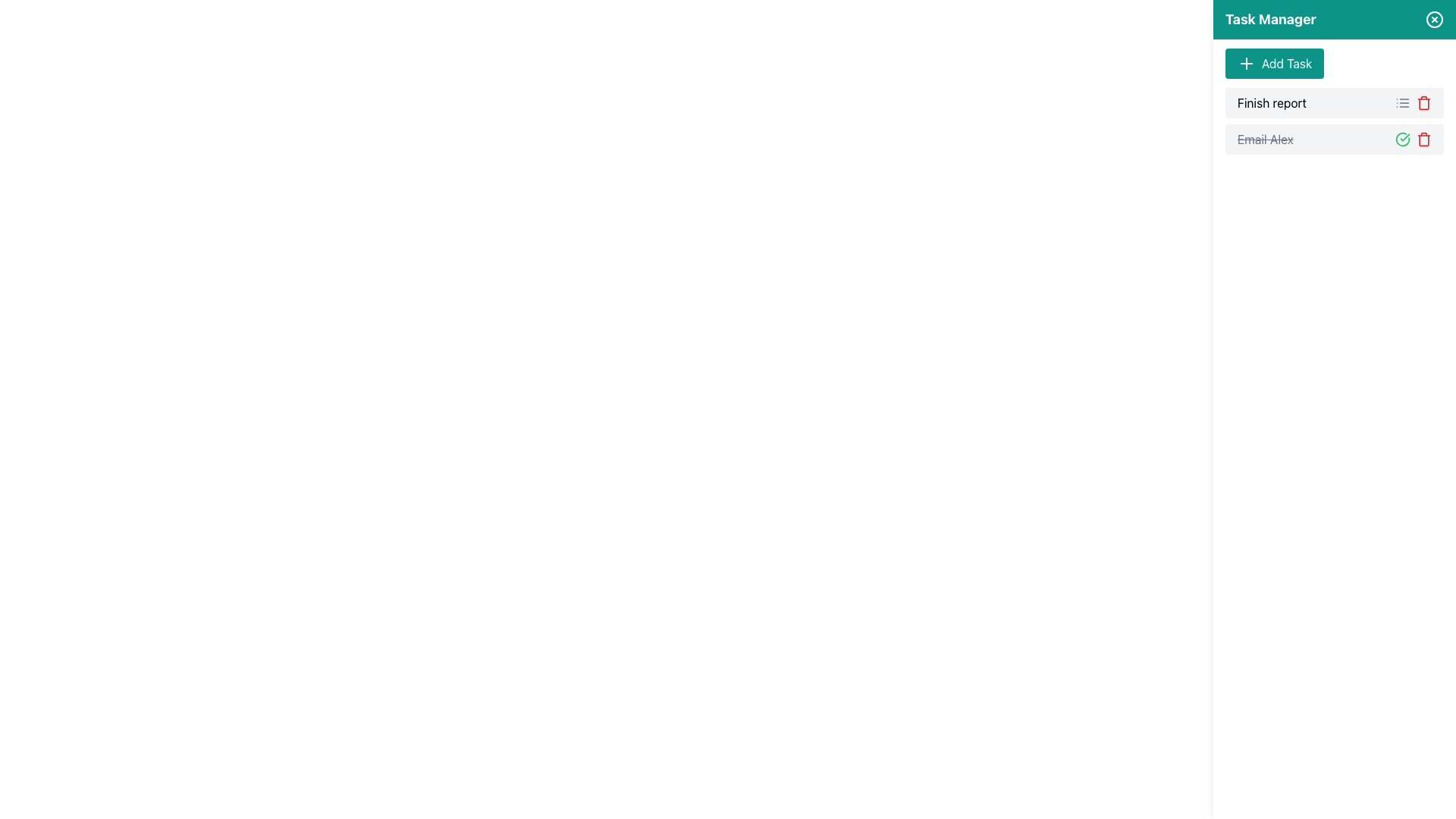 This screenshot has width=1456, height=819. Describe the element at coordinates (1272, 102) in the screenshot. I see `the text label of the first task in the 'Task Manager' section, which describes the associated task` at that location.